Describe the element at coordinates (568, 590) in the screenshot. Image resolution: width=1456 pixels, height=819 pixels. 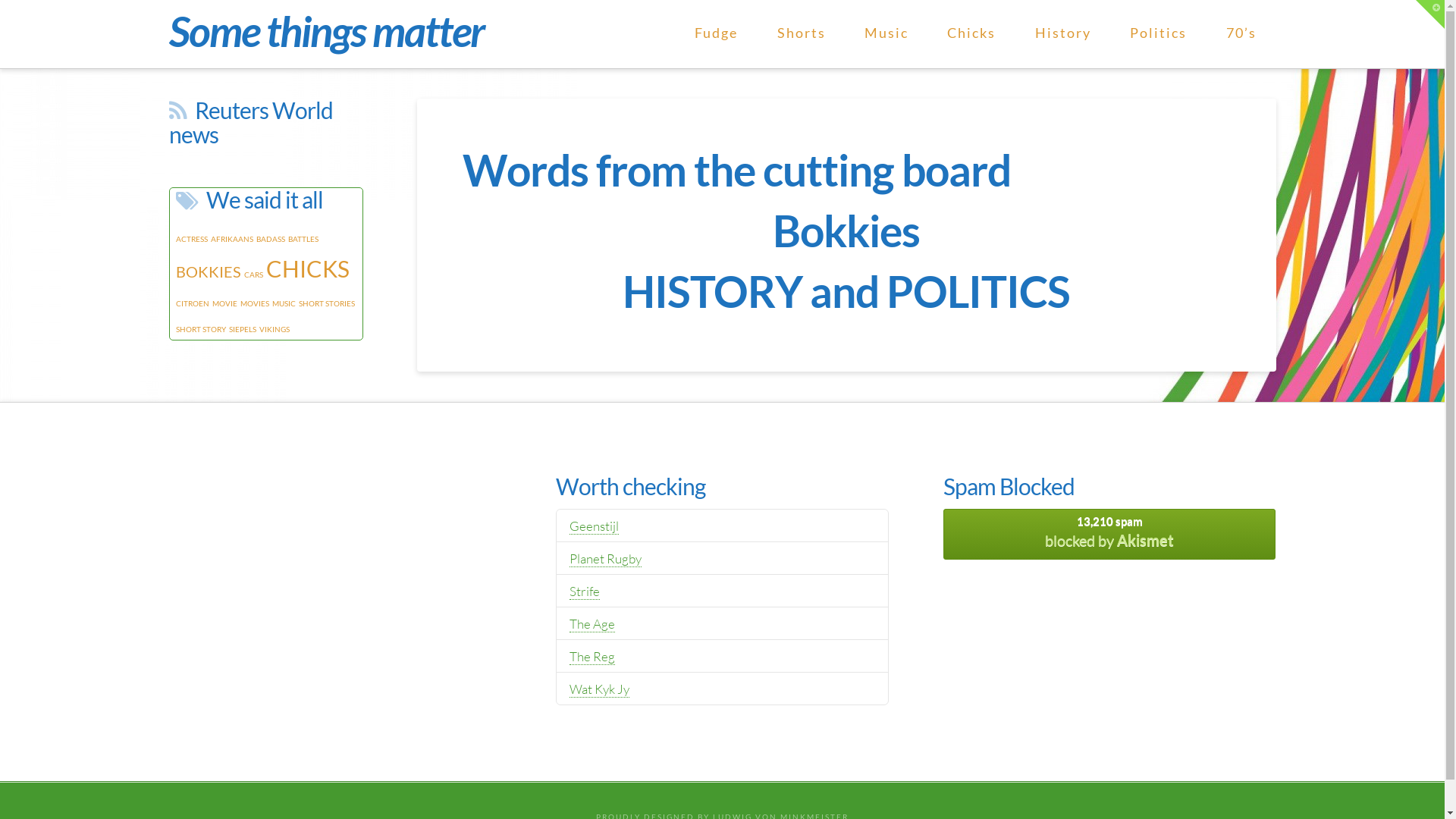
I see `'Strife'` at that location.